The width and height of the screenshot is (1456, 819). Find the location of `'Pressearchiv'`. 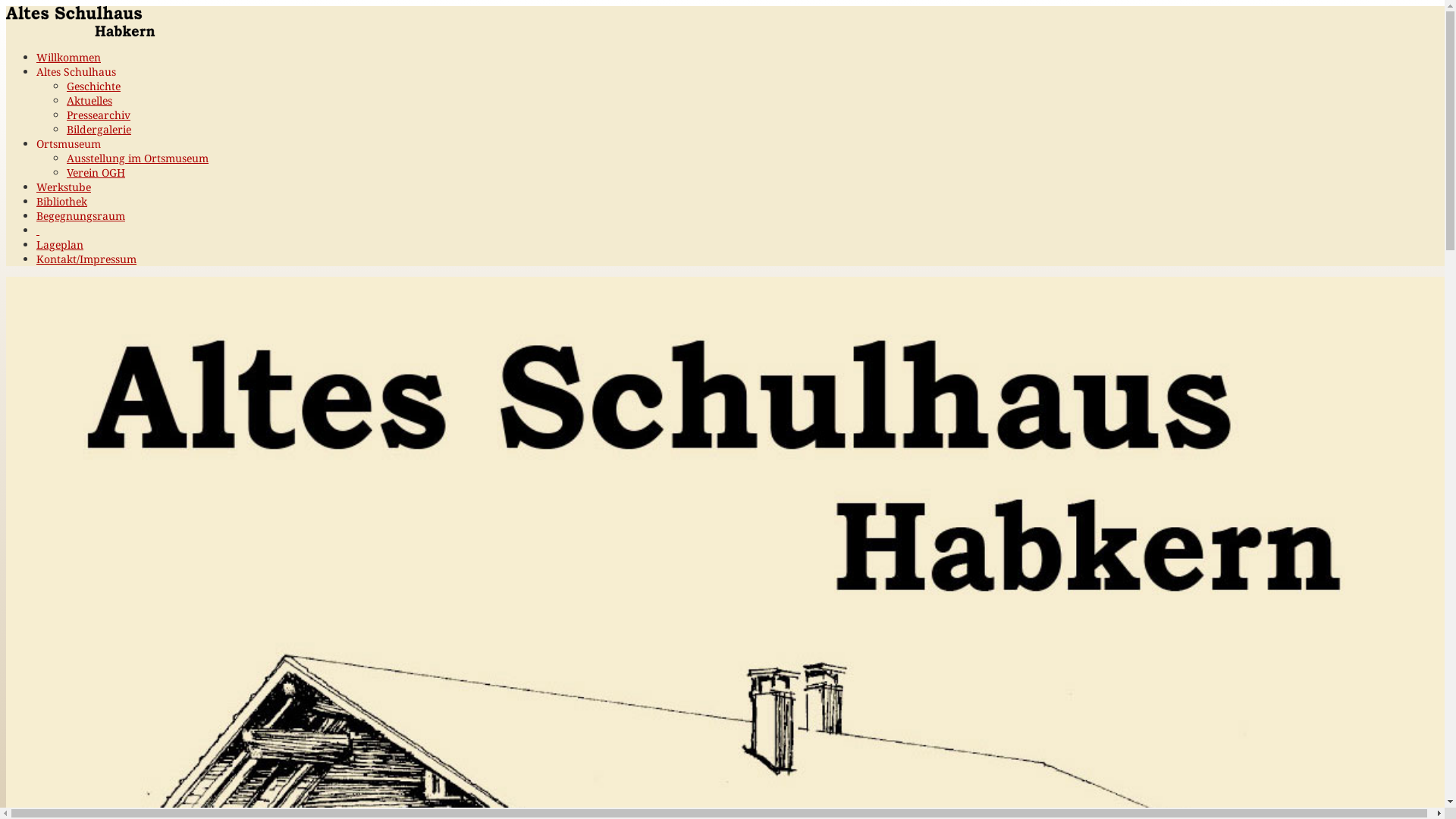

'Pressearchiv' is located at coordinates (97, 114).